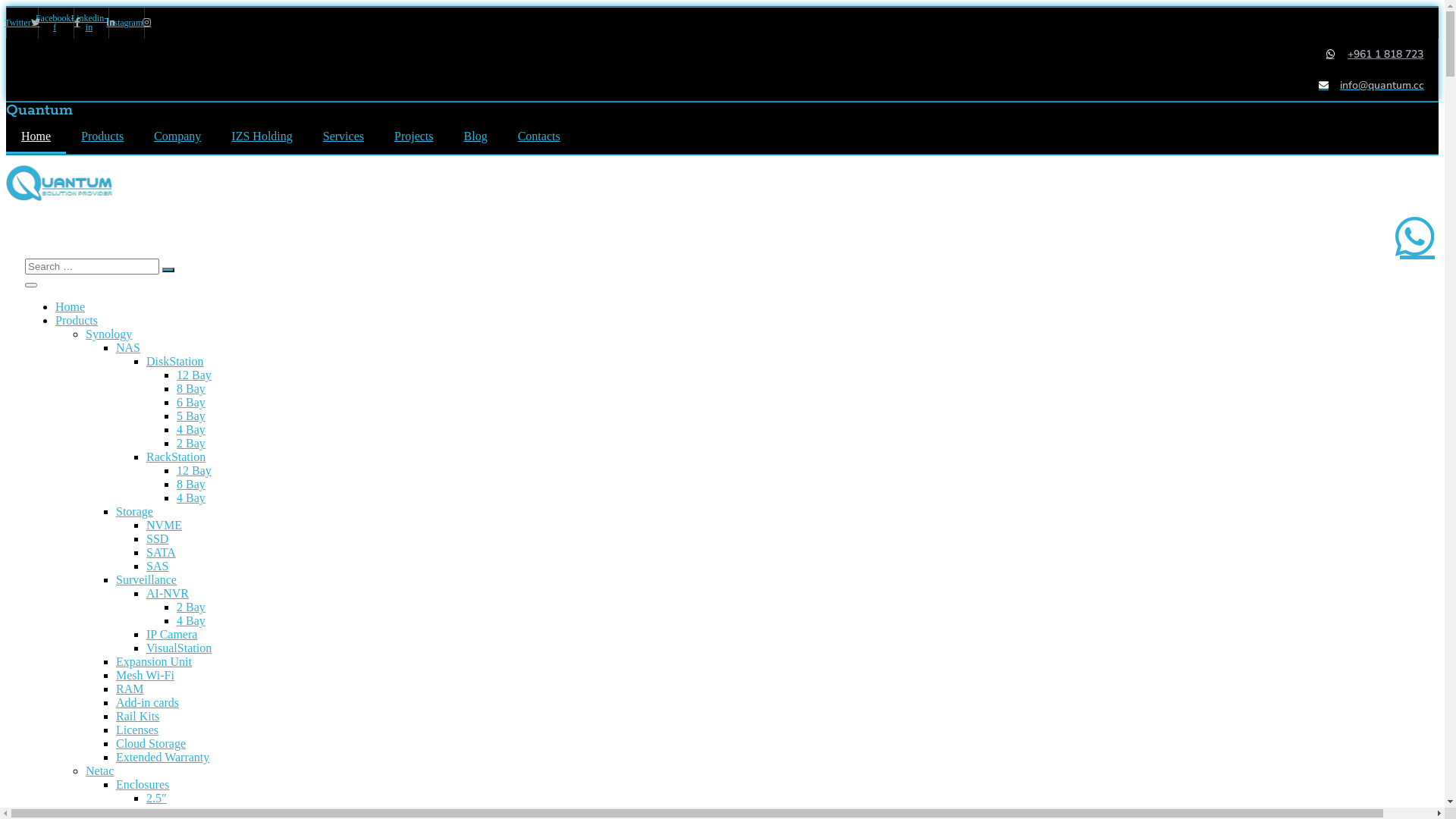 This screenshot has width=1456, height=819. What do you see at coordinates (157, 566) in the screenshot?
I see `'SAS'` at bounding box center [157, 566].